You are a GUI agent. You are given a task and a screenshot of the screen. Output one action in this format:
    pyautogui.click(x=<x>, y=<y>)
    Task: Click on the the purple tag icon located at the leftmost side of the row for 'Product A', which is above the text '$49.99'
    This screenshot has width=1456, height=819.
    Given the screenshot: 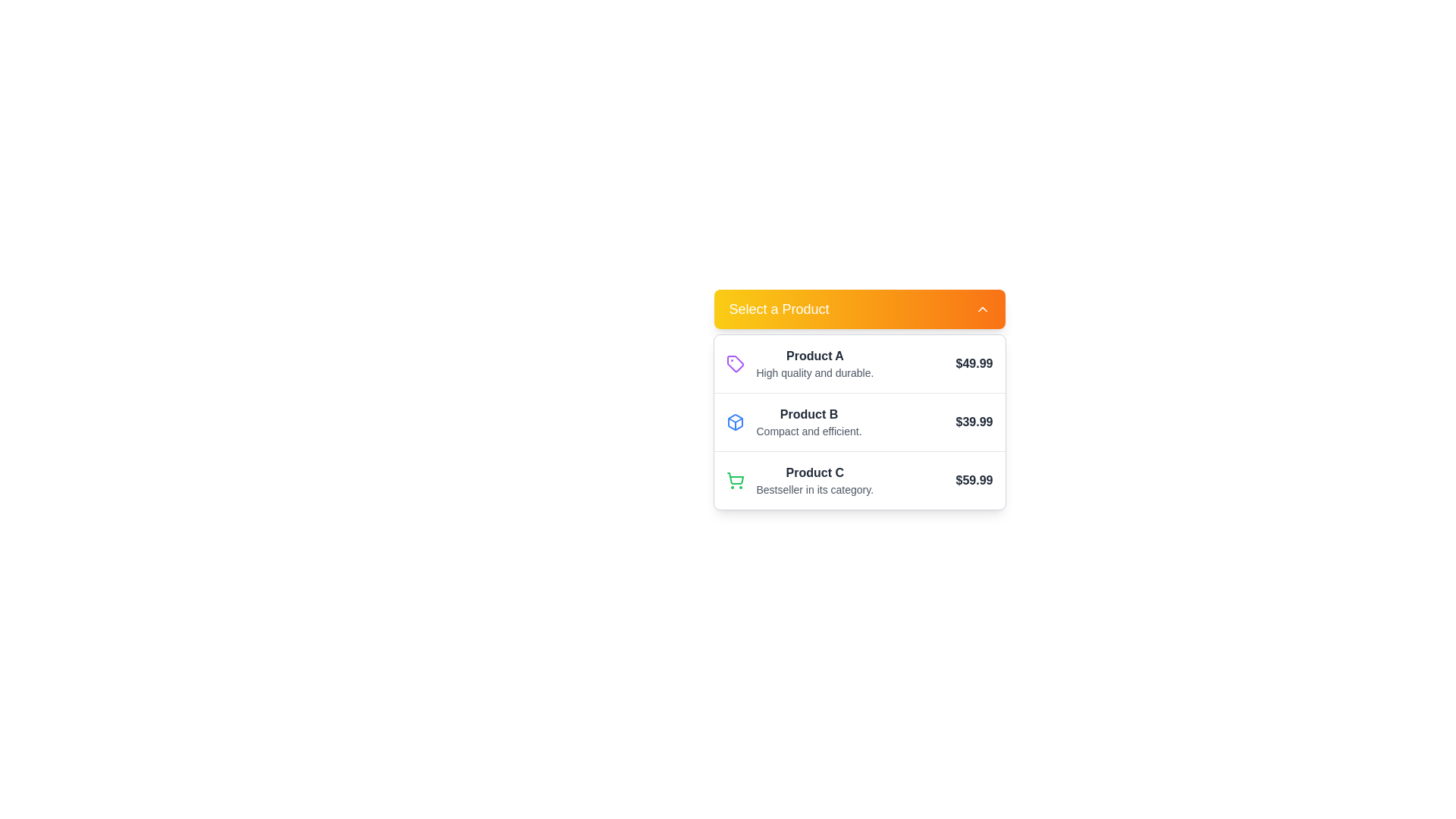 What is the action you would take?
    pyautogui.click(x=735, y=363)
    